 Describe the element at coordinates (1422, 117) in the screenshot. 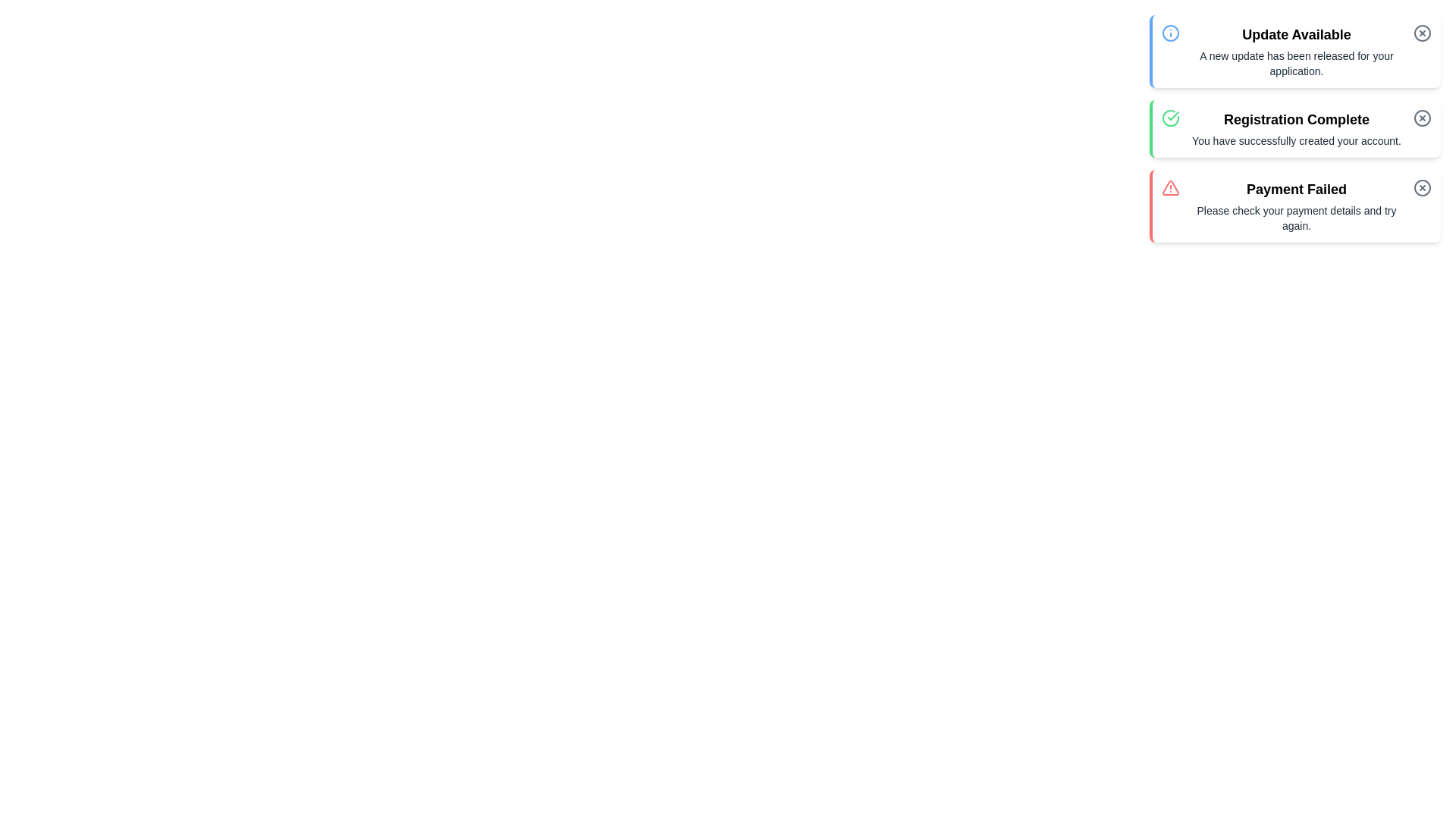

I see `the circular icon located next to the 'Registration Complete' text in the center notification card` at that location.